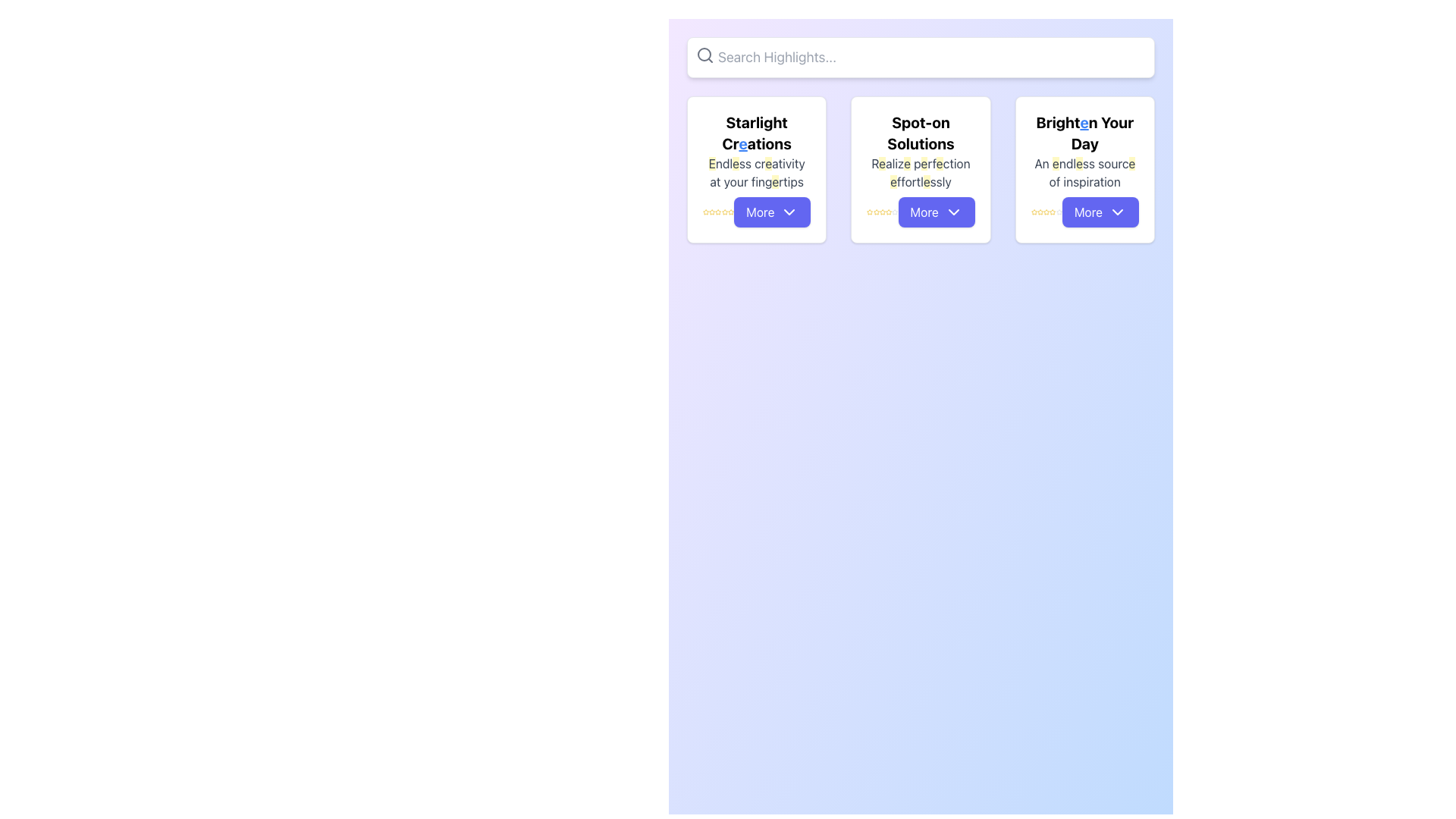 The image size is (1456, 819). I want to click on the final segment of the descriptive text within the 'Spot-on Solutions' card, which is part of the phrase 'Realize perfection effortlessly.', so click(940, 180).